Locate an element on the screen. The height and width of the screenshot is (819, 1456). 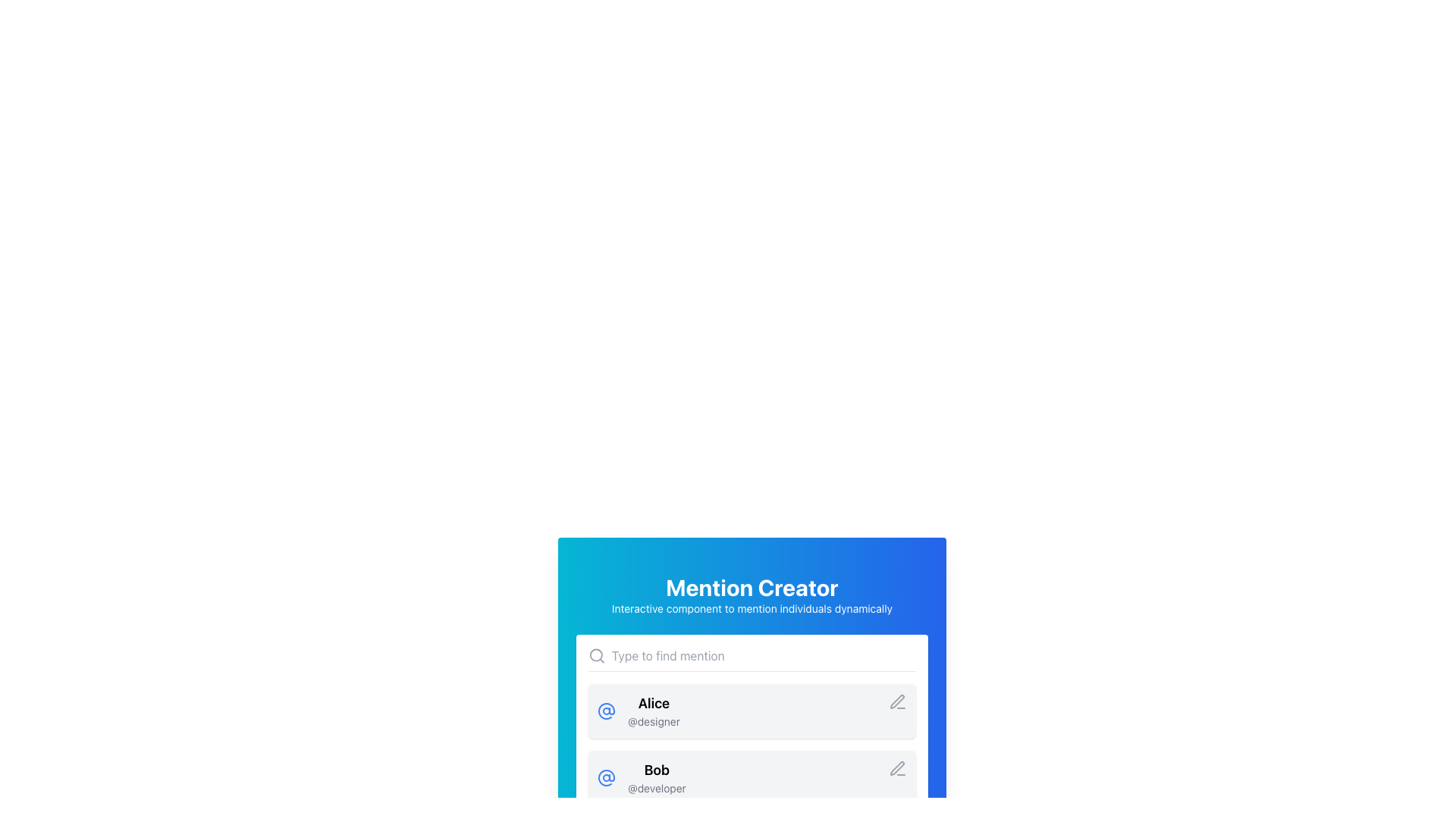
the text label displaying 'Bob', which is bold and large, positioned above the smaller '@developer' text in the second row under the user named 'Alice' is located at coordinates (657, 770).